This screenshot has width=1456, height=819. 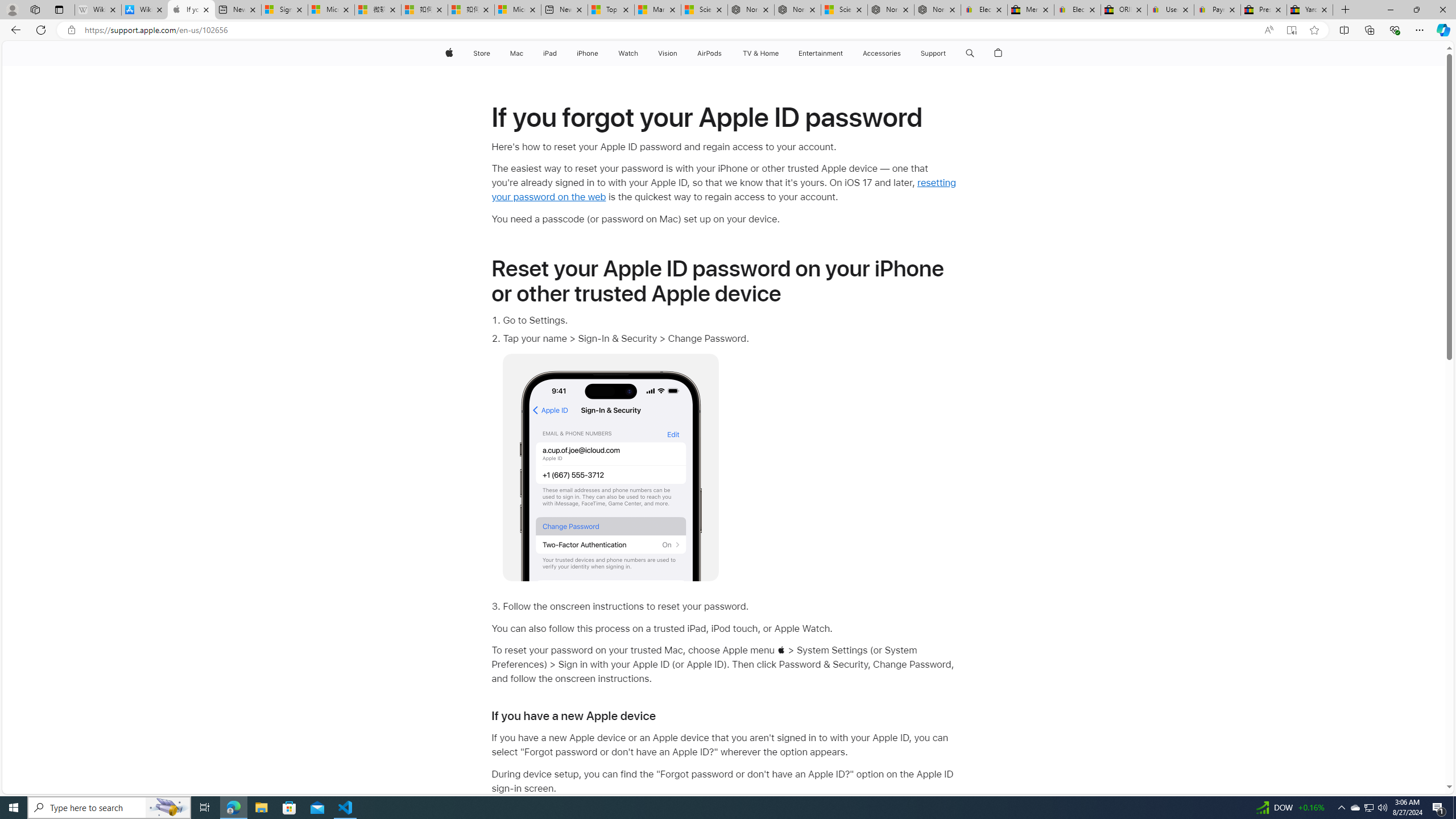 What do you see at coordinates (881, 53) in the screenshot?
I see `'Accessories'` at bounding box center [881, 53].